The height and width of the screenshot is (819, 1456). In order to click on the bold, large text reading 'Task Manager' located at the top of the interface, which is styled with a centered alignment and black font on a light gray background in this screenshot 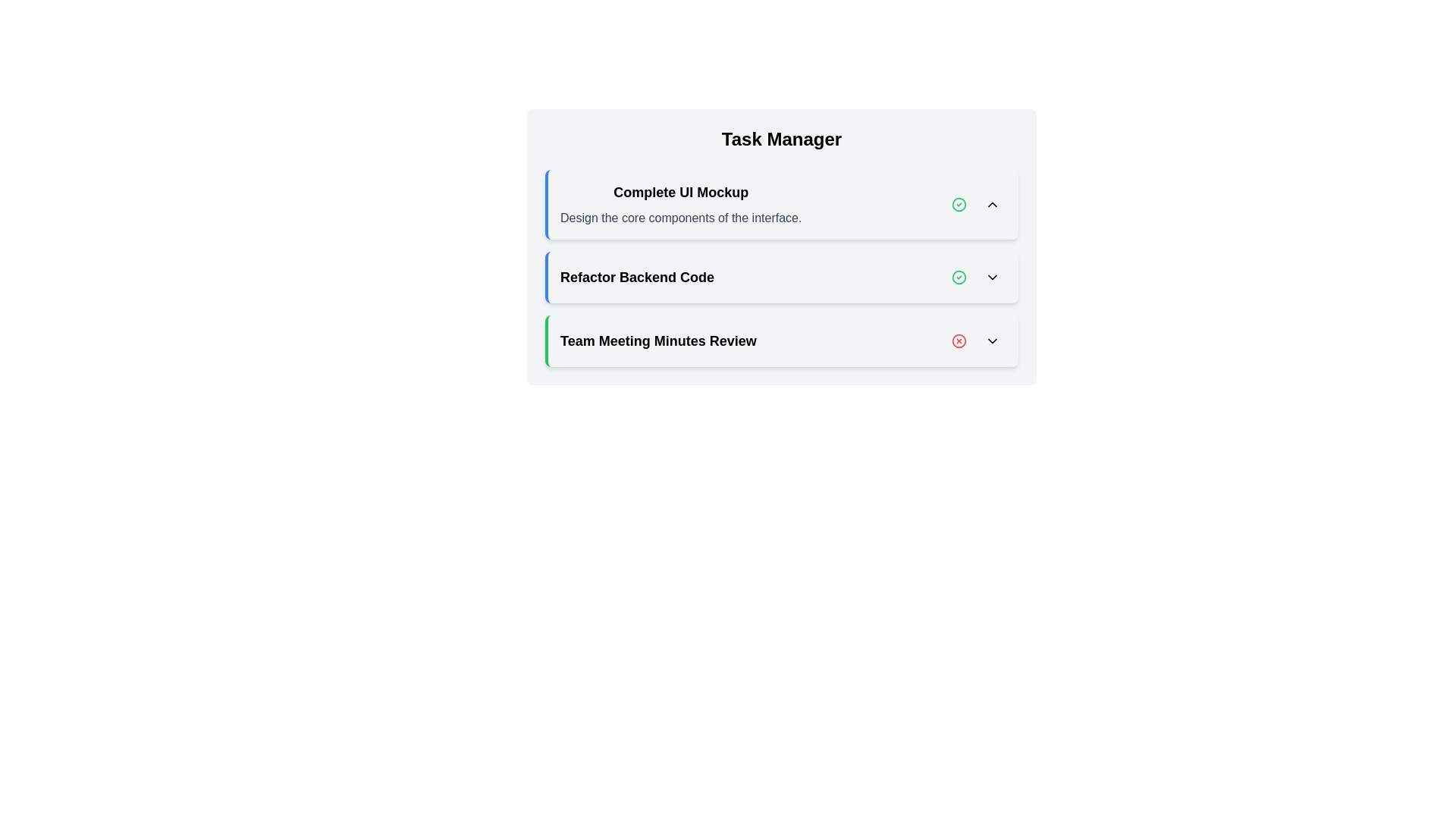, I will do `click(782, 140)`.